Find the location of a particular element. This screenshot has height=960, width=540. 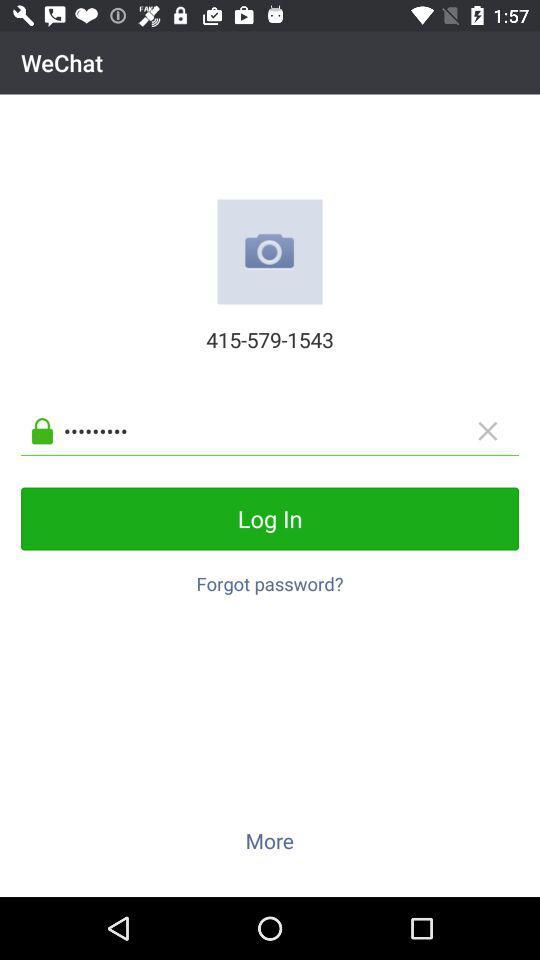

button below the log in item is located at coordinates (270, 578).